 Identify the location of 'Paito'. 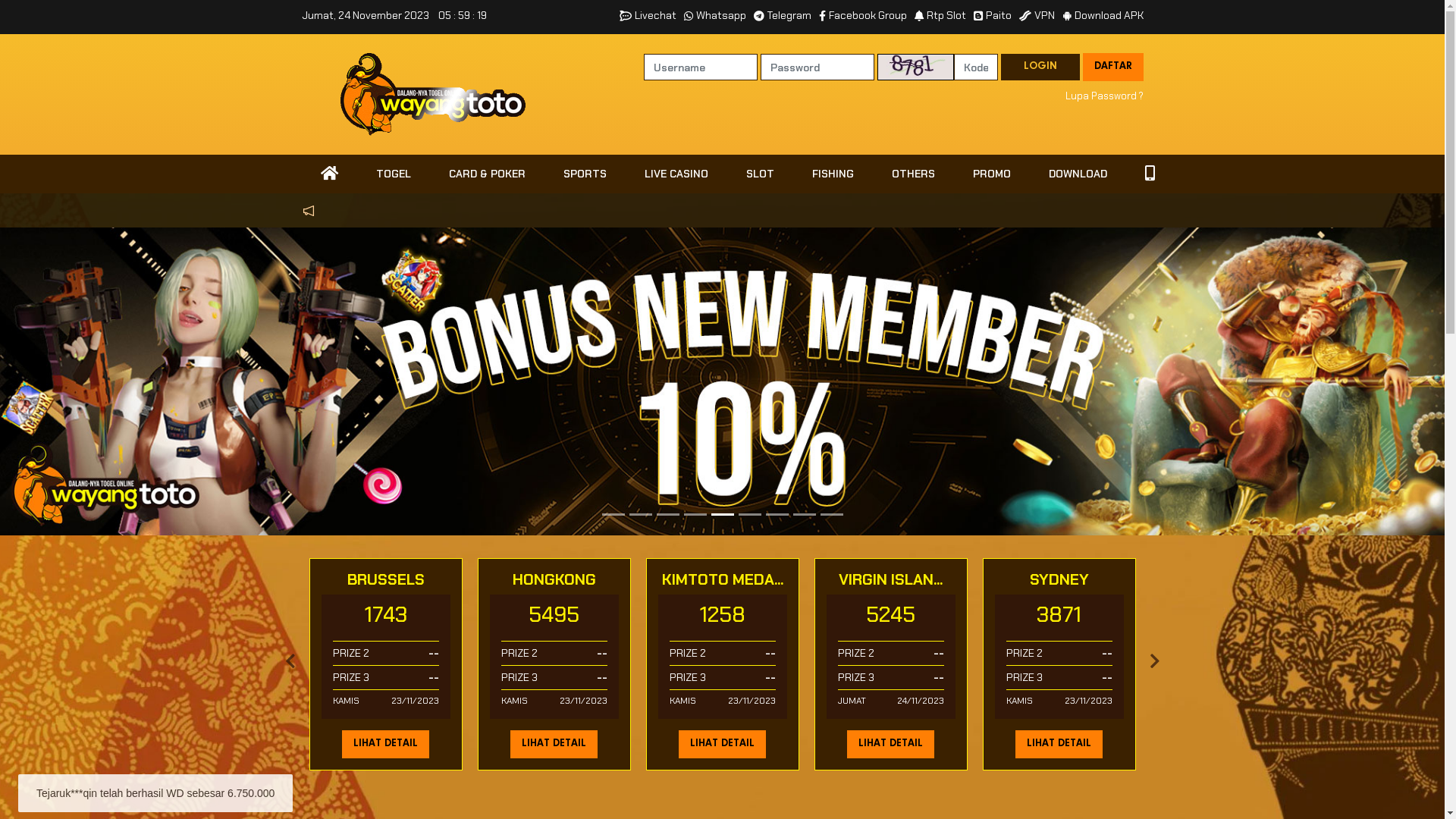
(993, 15).